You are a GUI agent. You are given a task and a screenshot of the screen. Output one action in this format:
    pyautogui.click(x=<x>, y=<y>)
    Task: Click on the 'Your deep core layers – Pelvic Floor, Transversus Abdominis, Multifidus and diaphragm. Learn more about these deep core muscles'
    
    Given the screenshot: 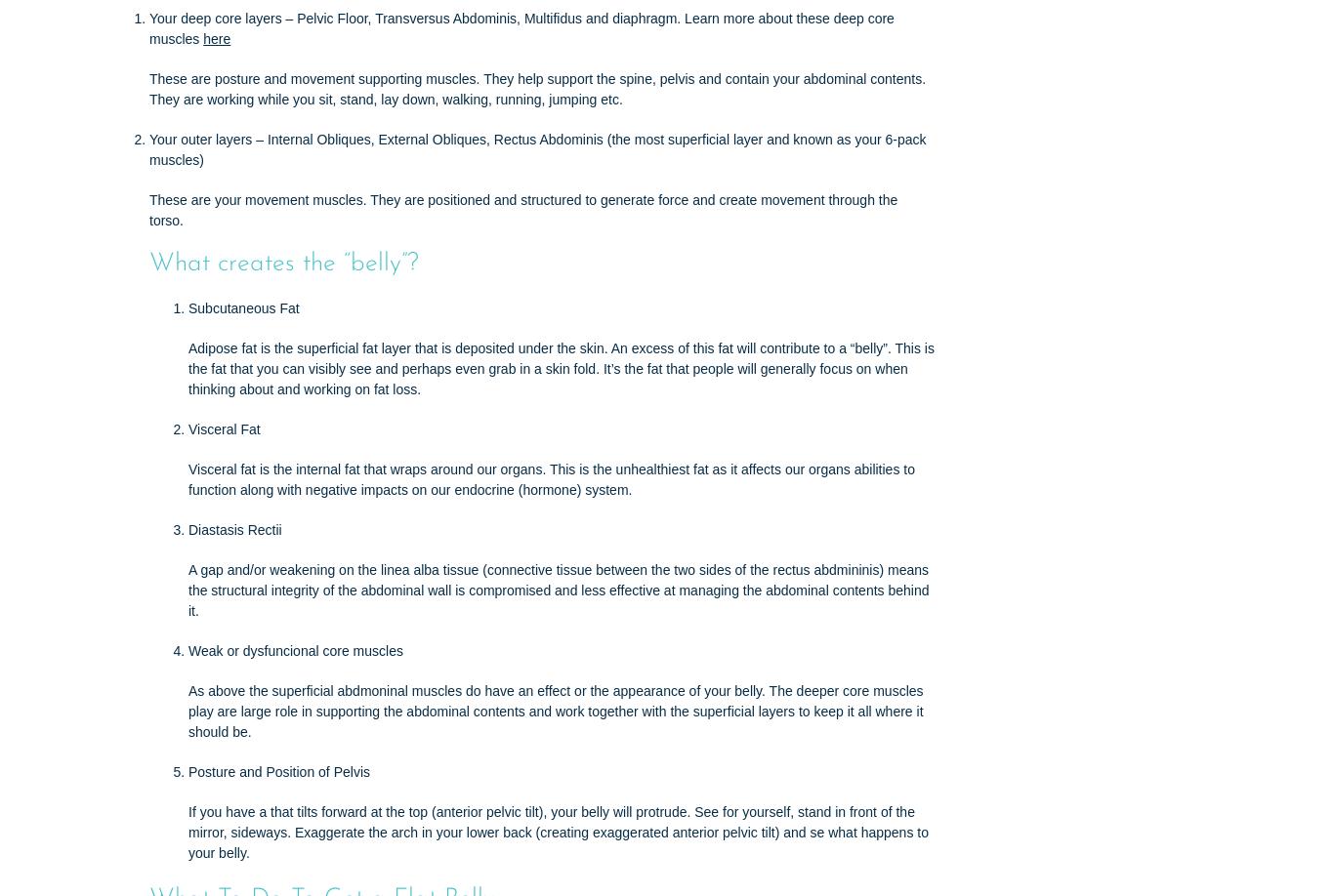 What is the action you would take?
    pyautogui.click(x=521, y=27)
    